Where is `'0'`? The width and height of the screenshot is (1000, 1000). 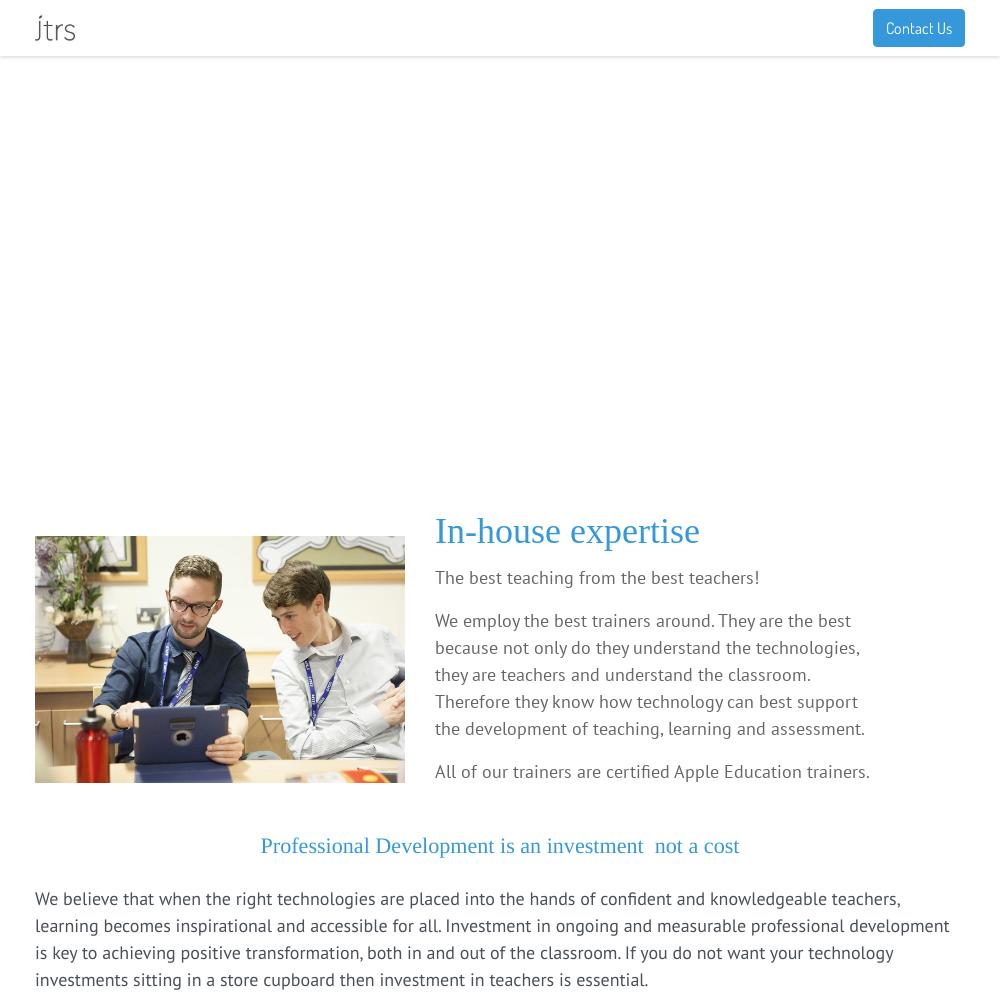
'0' is located at coordinates (930, 23).